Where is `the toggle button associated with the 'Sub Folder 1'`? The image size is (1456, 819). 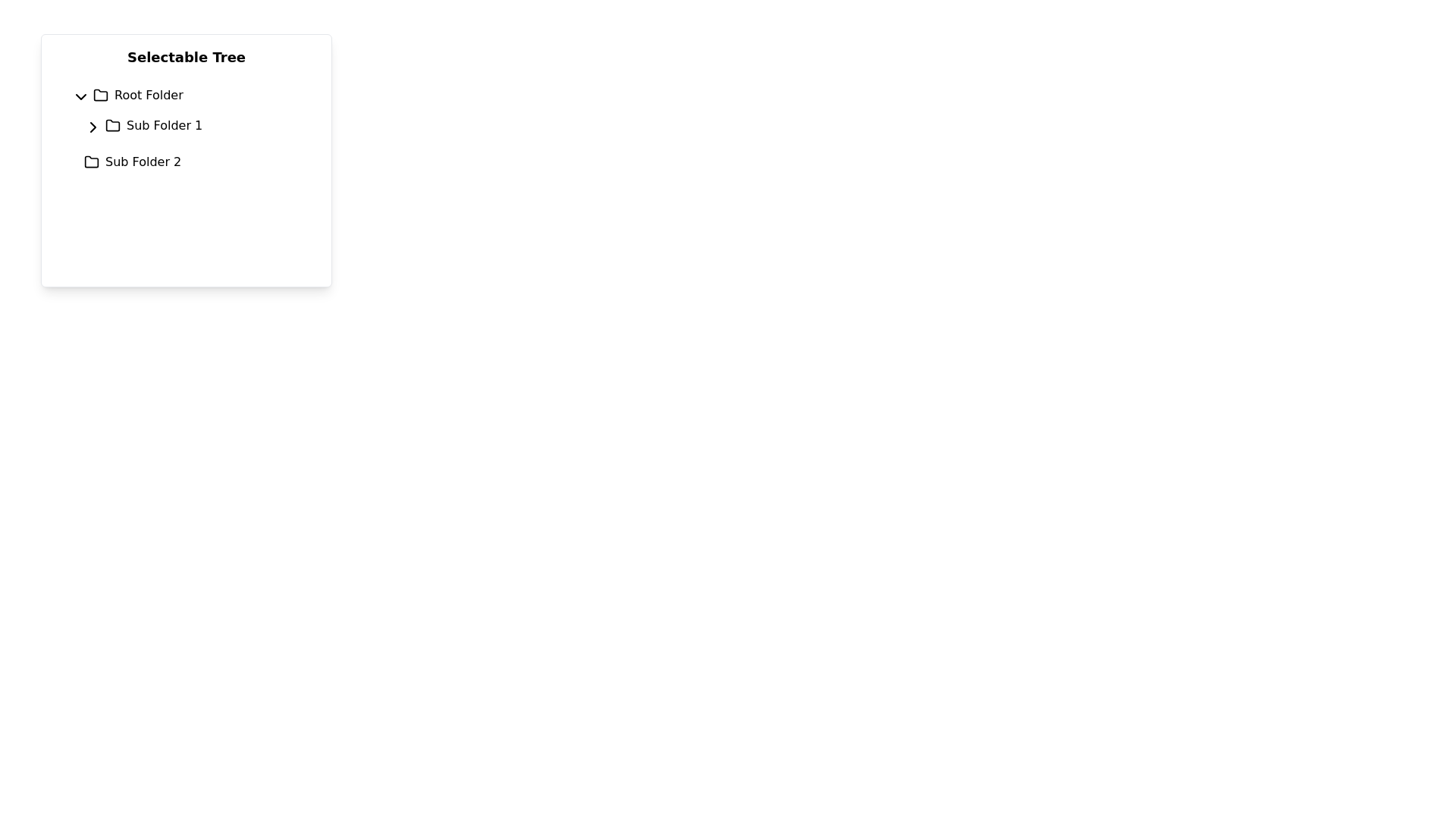 the toggle button associated with the 'Sub Folder 1' is located at coordinates (90, 124).